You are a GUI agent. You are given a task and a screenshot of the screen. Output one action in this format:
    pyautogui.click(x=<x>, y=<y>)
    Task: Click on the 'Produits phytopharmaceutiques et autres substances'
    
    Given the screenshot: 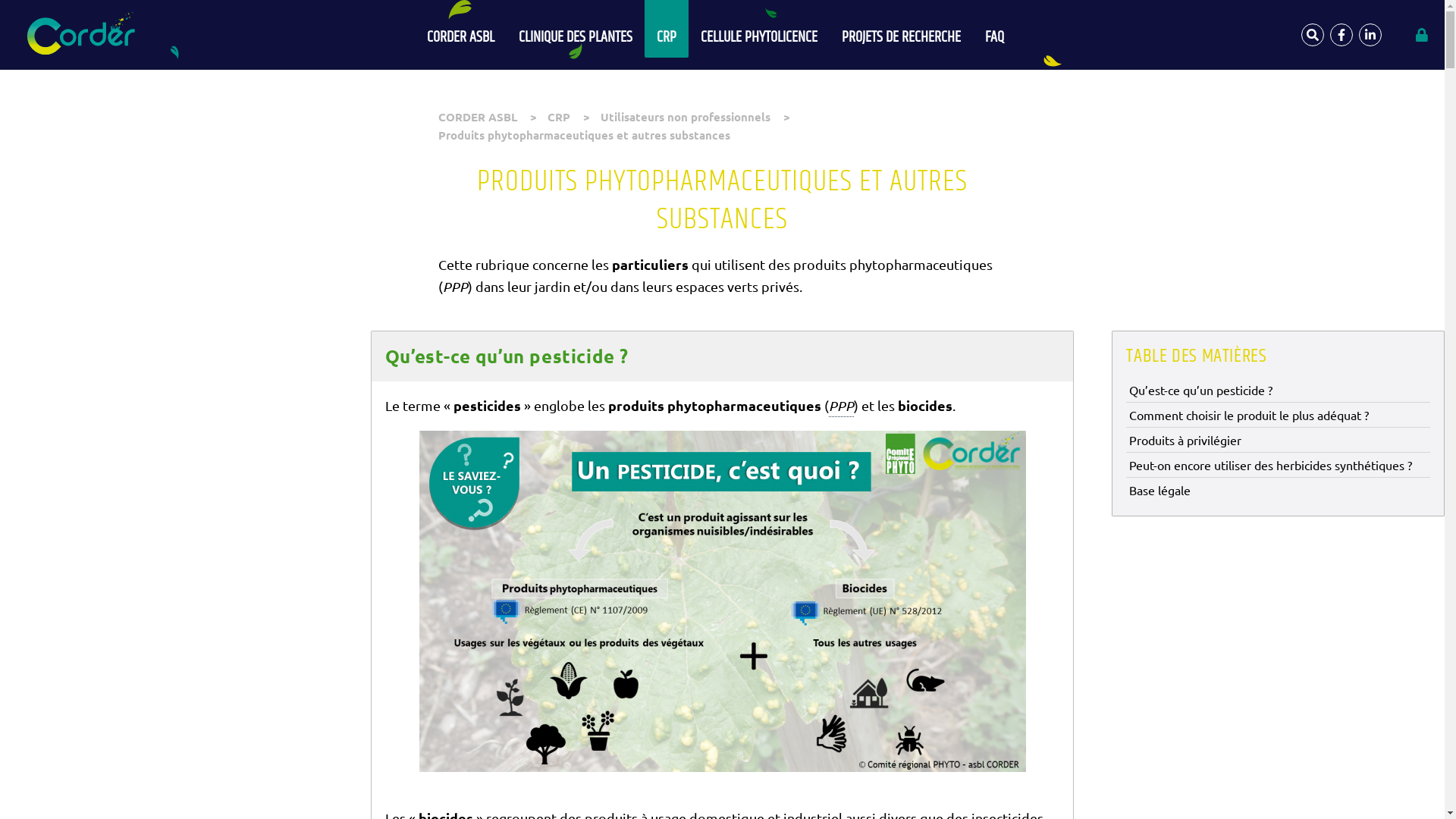 What is the action you would take?
    pyautogui.click(x=583, y=133)
    